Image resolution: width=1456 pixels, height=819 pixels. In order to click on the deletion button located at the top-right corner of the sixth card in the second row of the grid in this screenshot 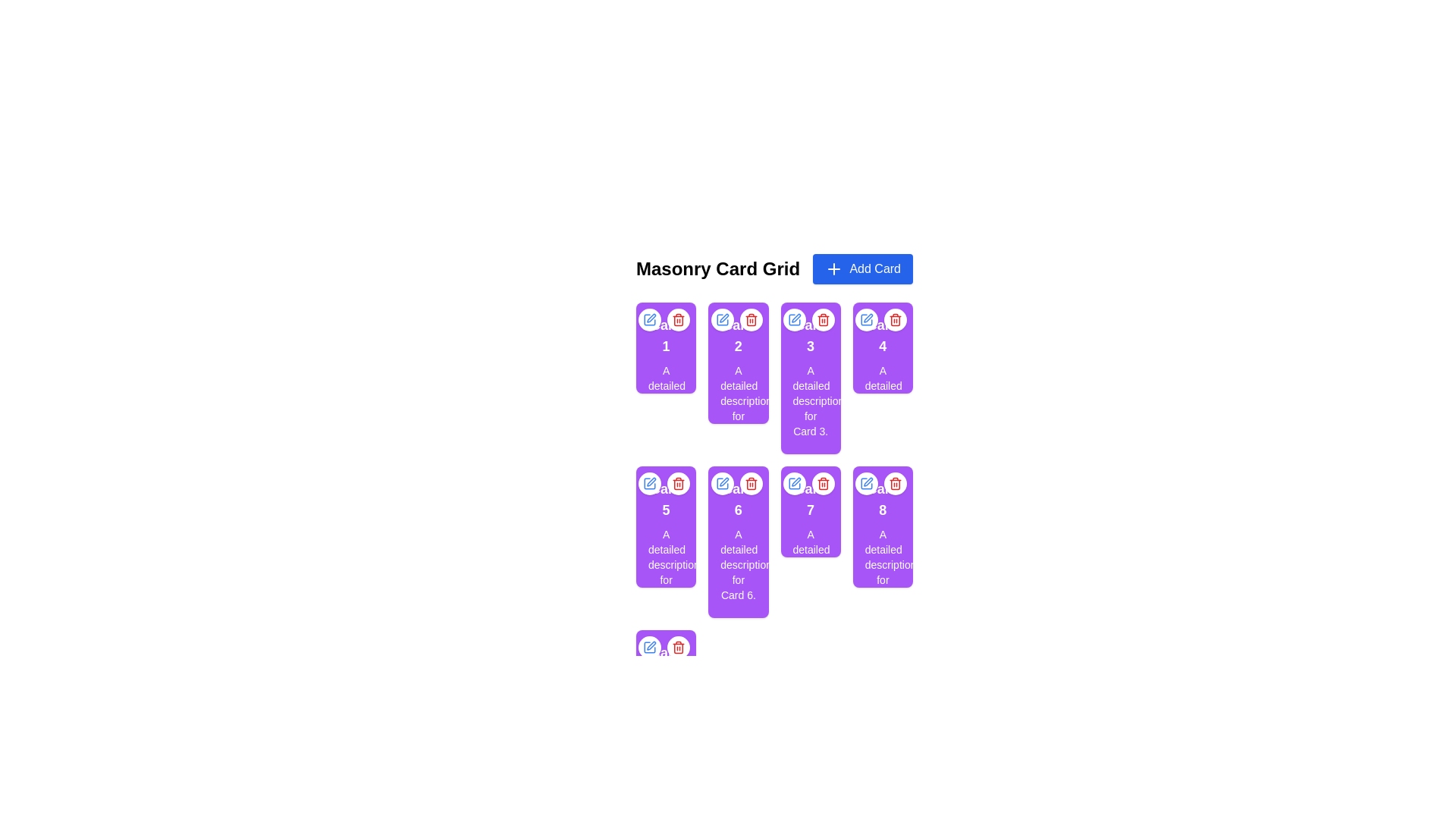, I will do `click(751, 483)`.